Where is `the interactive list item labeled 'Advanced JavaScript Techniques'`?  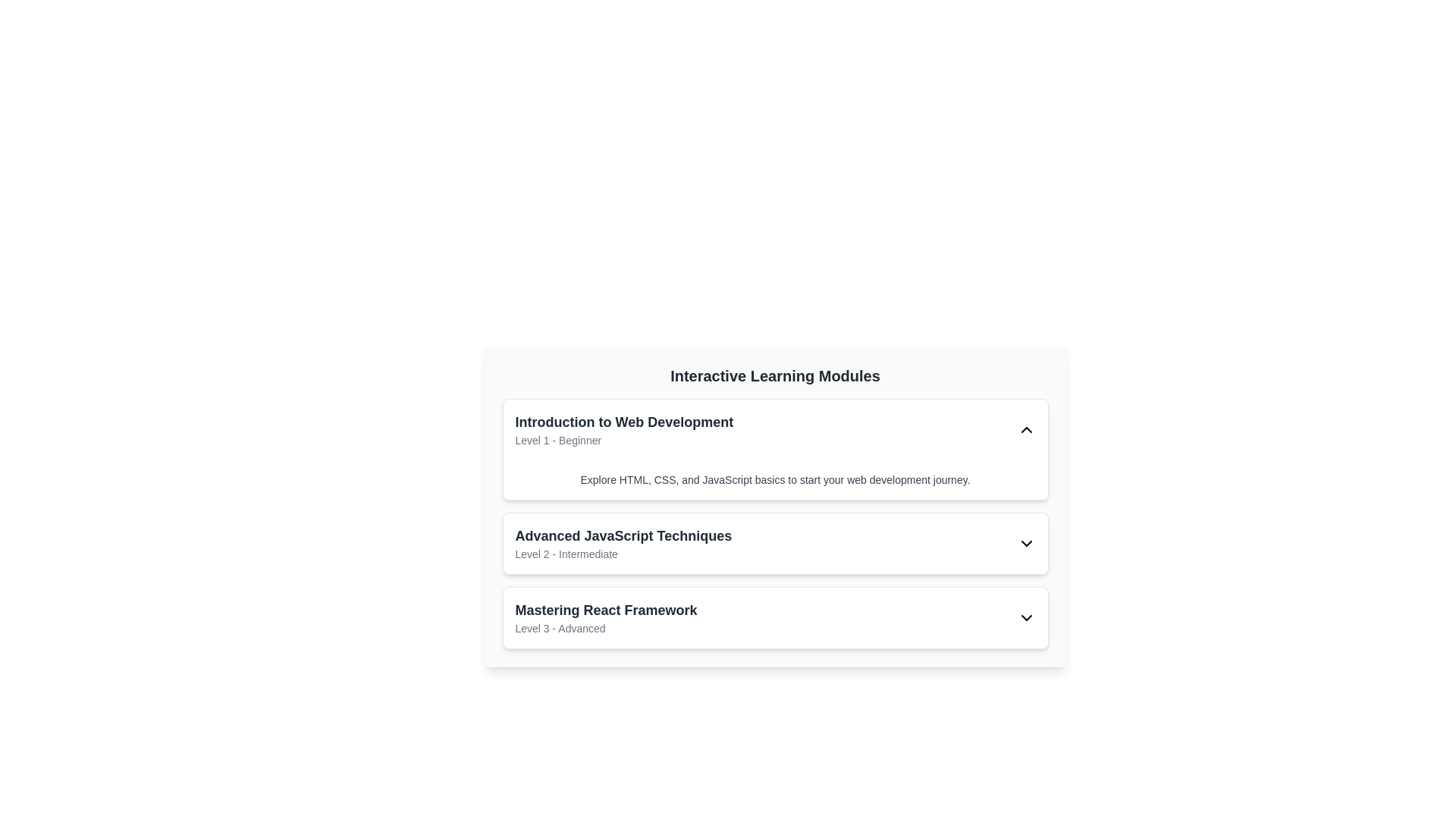
the interactive list item labeled 'Advanced JavaScript Techniques' is located at coordinates (775, 543).